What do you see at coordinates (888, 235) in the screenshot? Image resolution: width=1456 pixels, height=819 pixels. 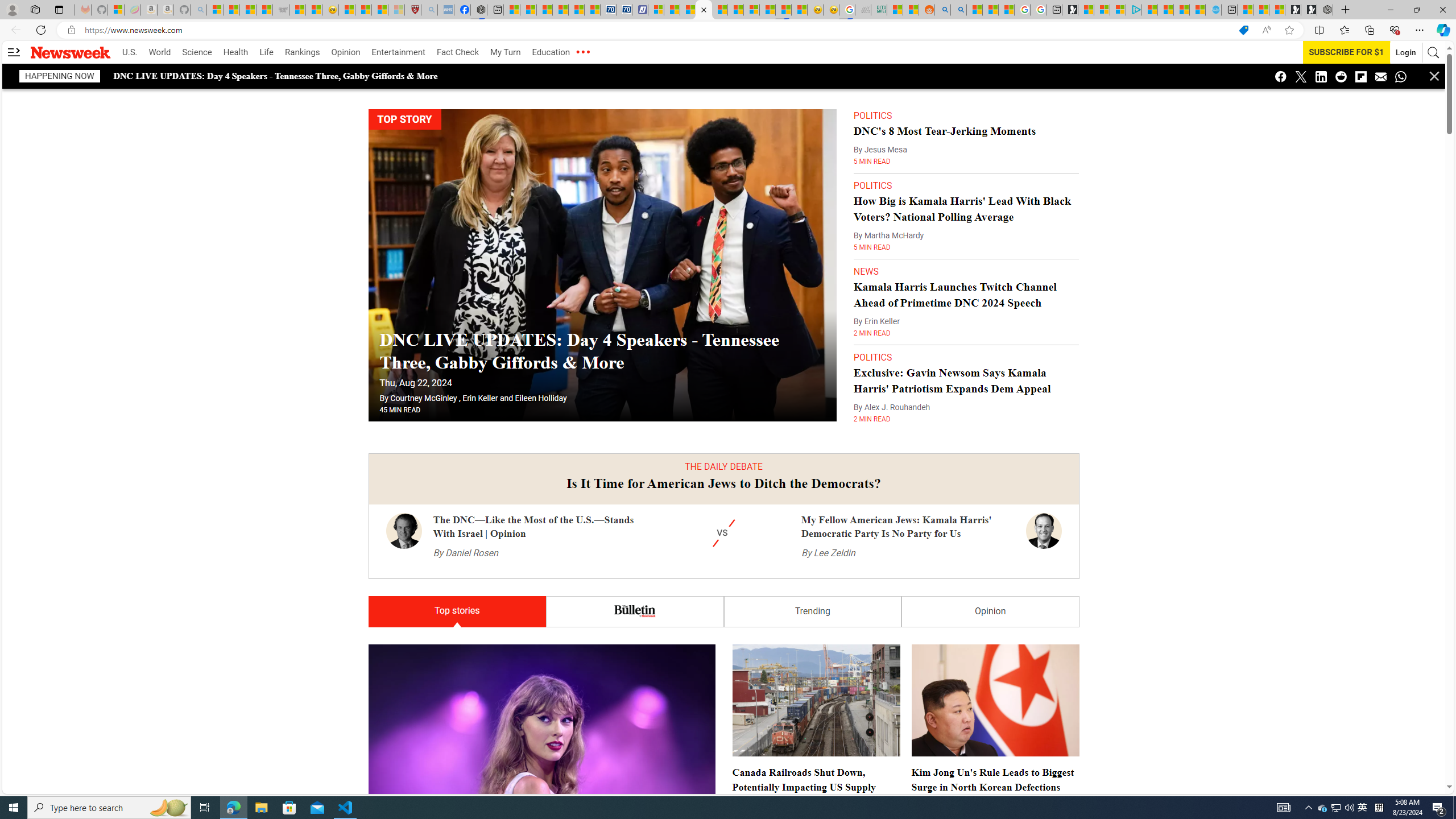 I see `'By Martha McHardy'` at bounding box center [888, 235].